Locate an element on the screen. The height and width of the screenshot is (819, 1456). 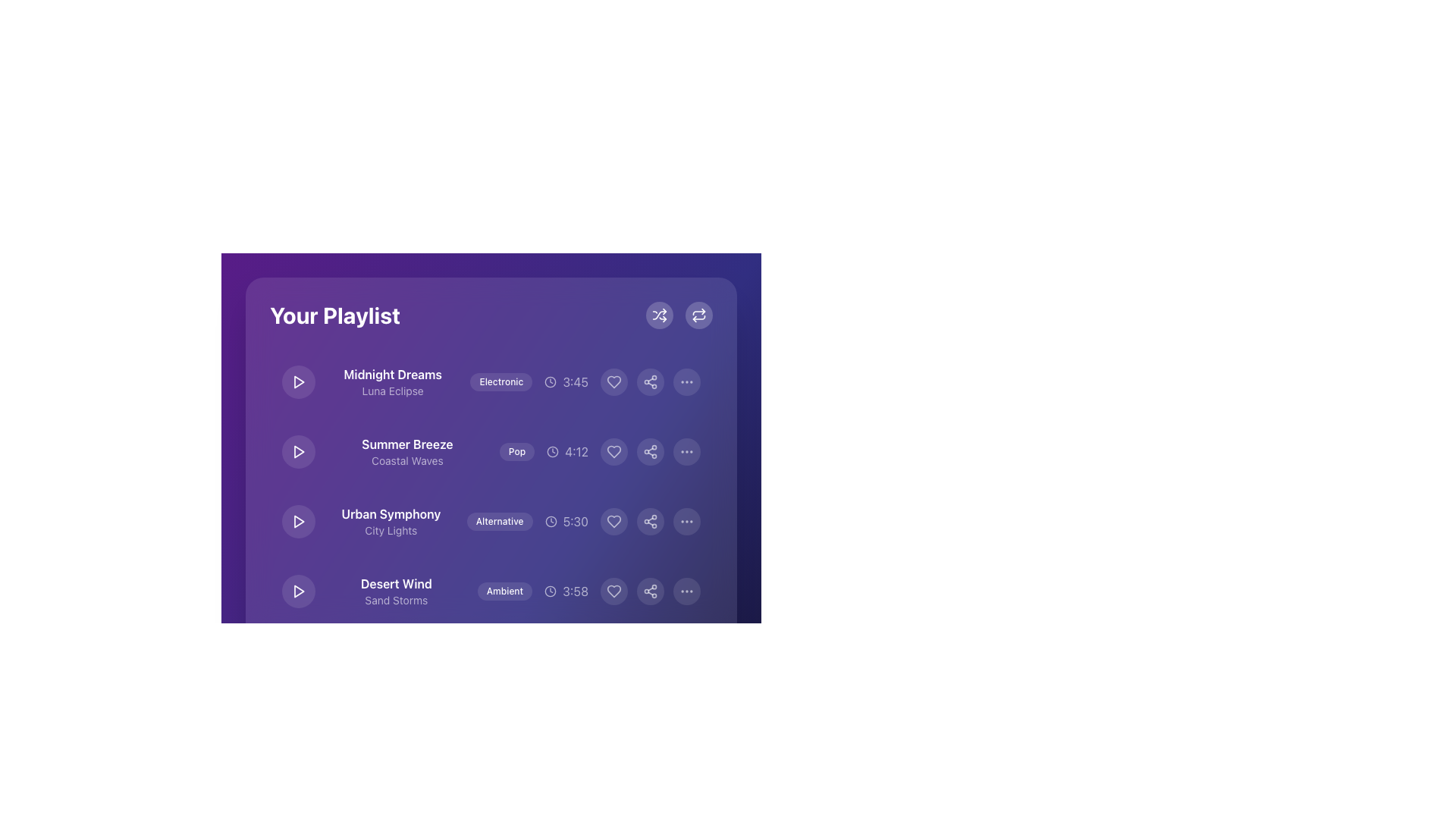
the circular button with a heart-shaped icon, which is the first icon next to the 'Urban Symphony' playlist item, to favorite the item is located at coordinates (614, 520).